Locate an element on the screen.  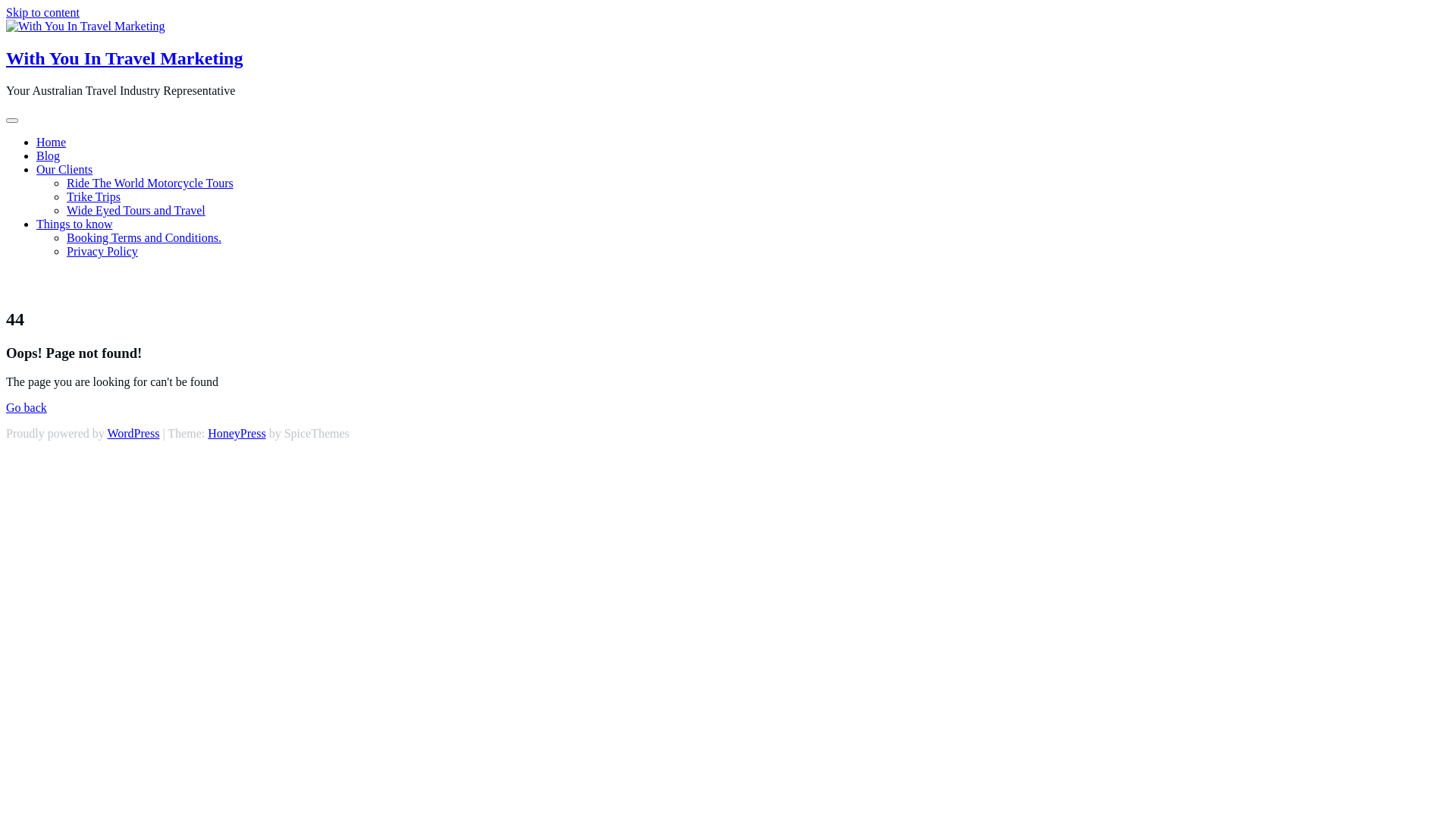
'WordPress' is located at coordinates (133, 433).